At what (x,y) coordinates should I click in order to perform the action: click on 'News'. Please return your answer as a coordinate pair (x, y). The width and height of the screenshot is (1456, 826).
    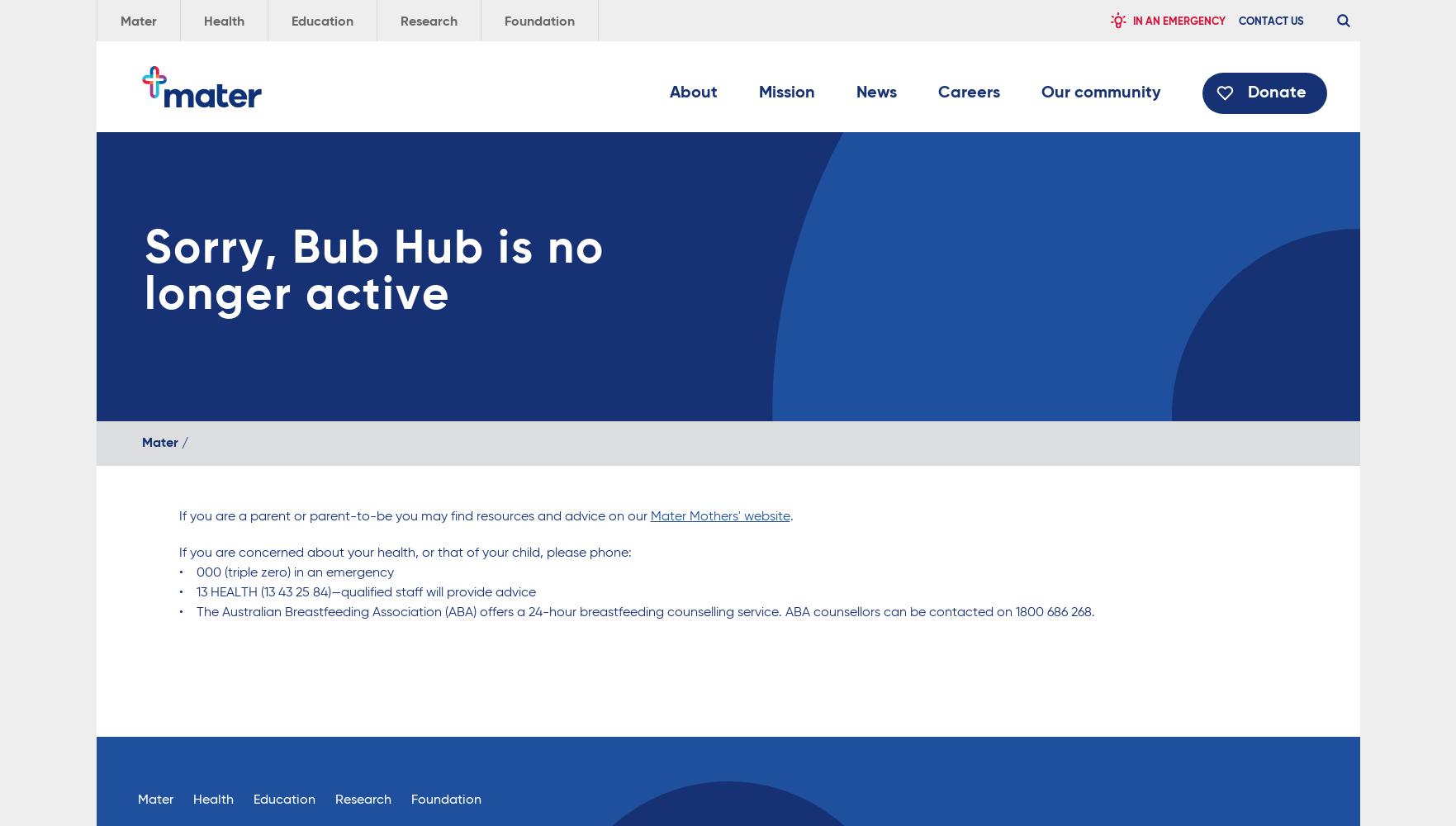
    Looking at the image, I should click on (875, 93).